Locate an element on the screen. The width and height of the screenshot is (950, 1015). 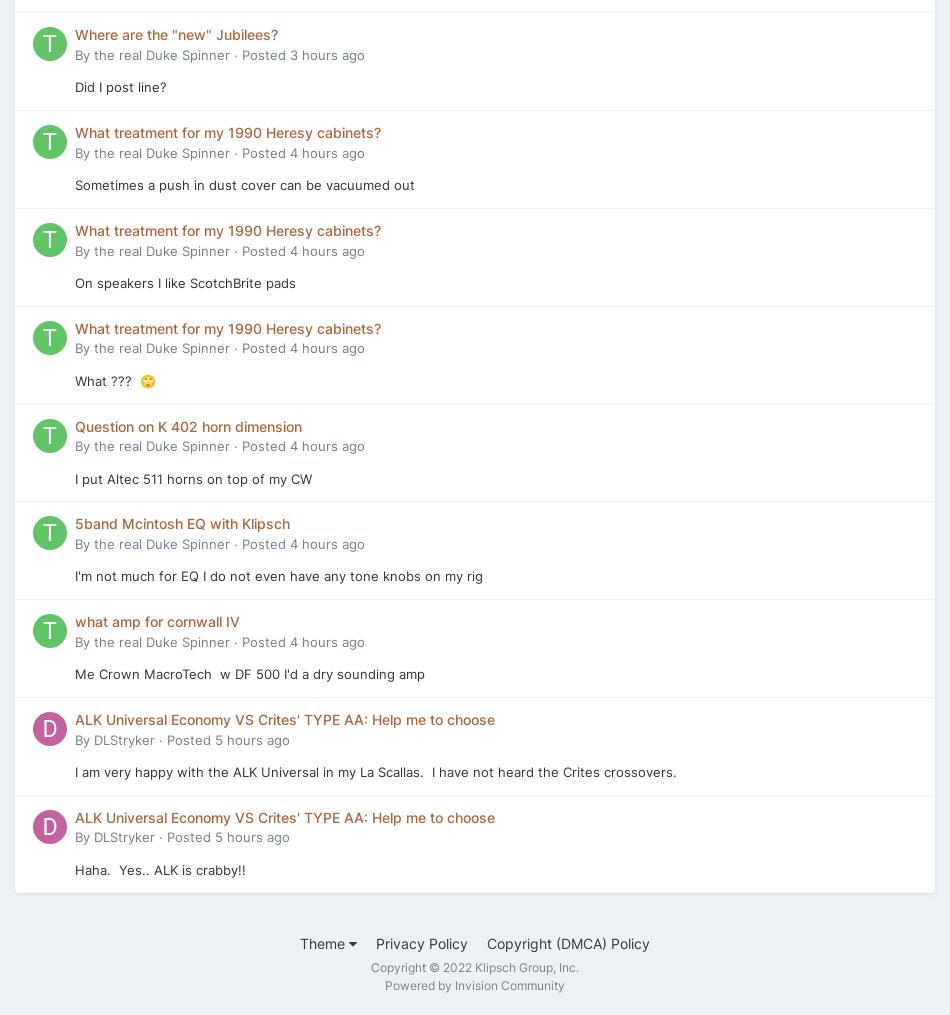
'Did I post line?' is located at coordinates (121, 86).